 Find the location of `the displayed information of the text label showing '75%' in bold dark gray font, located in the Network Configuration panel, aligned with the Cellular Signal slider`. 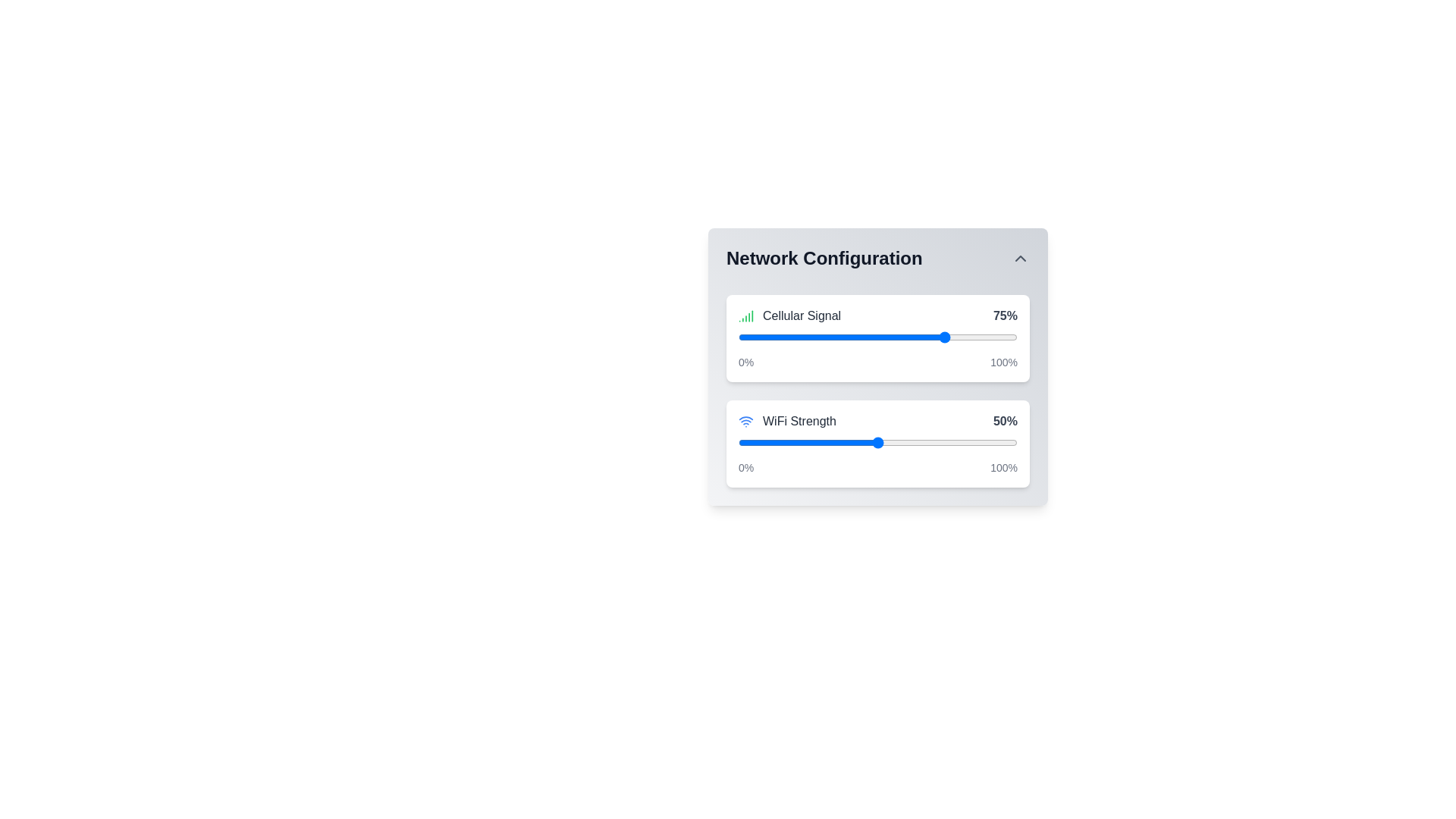

the displayed information of the text label showing '75%' in bold dark gray font, located in the Network Configuration panel, aligned with the Cellular Signal slider is located at coordinates (1005, 315).